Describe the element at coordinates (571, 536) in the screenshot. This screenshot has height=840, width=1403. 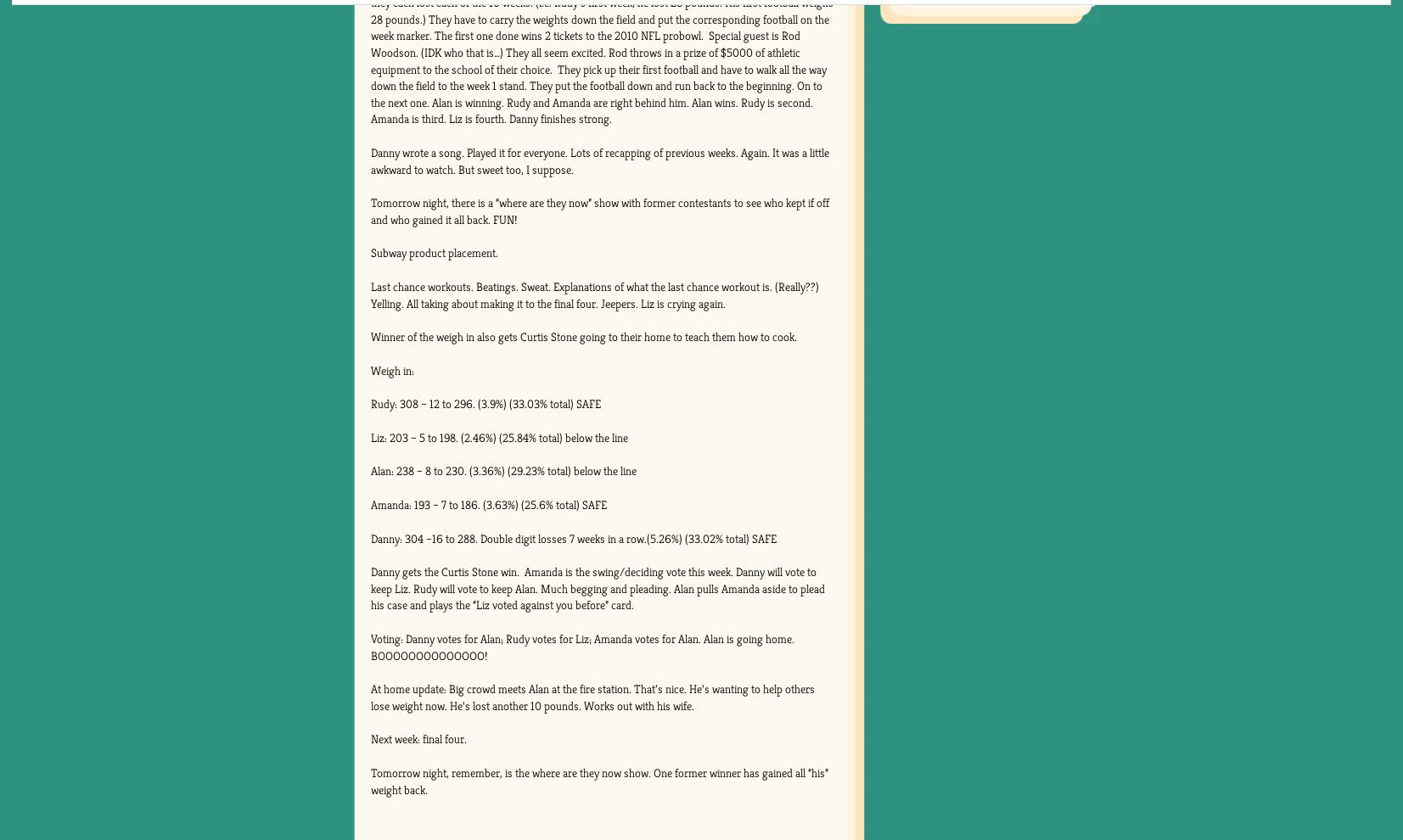
I see `'Danny: 304 –16 to 288. Double digit losses 7 weeks in a row.(5.26%) (33.02% total) SAFE'` at that location.